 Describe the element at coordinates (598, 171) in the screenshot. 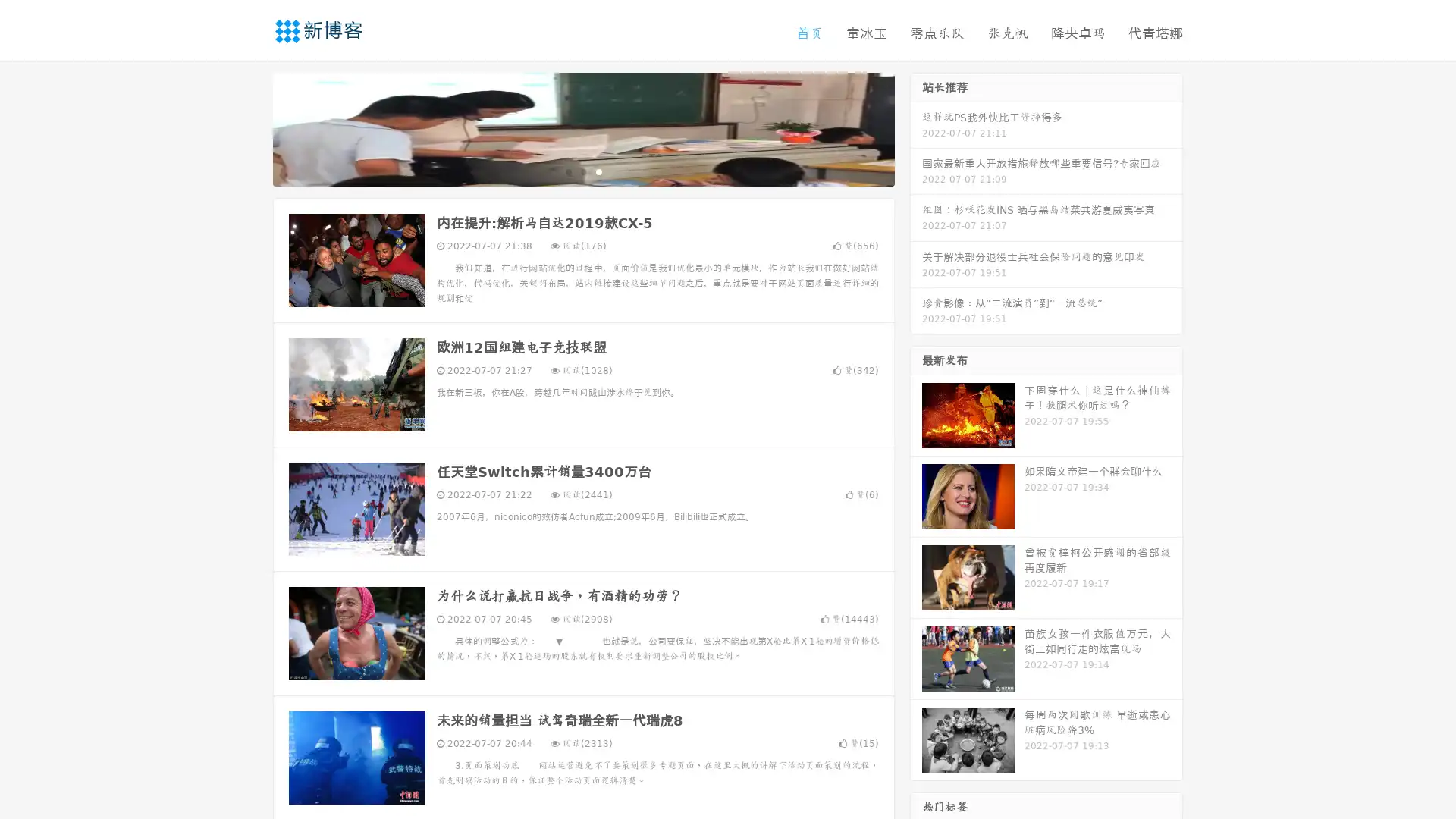

I see `Go to slide 3` at that location.